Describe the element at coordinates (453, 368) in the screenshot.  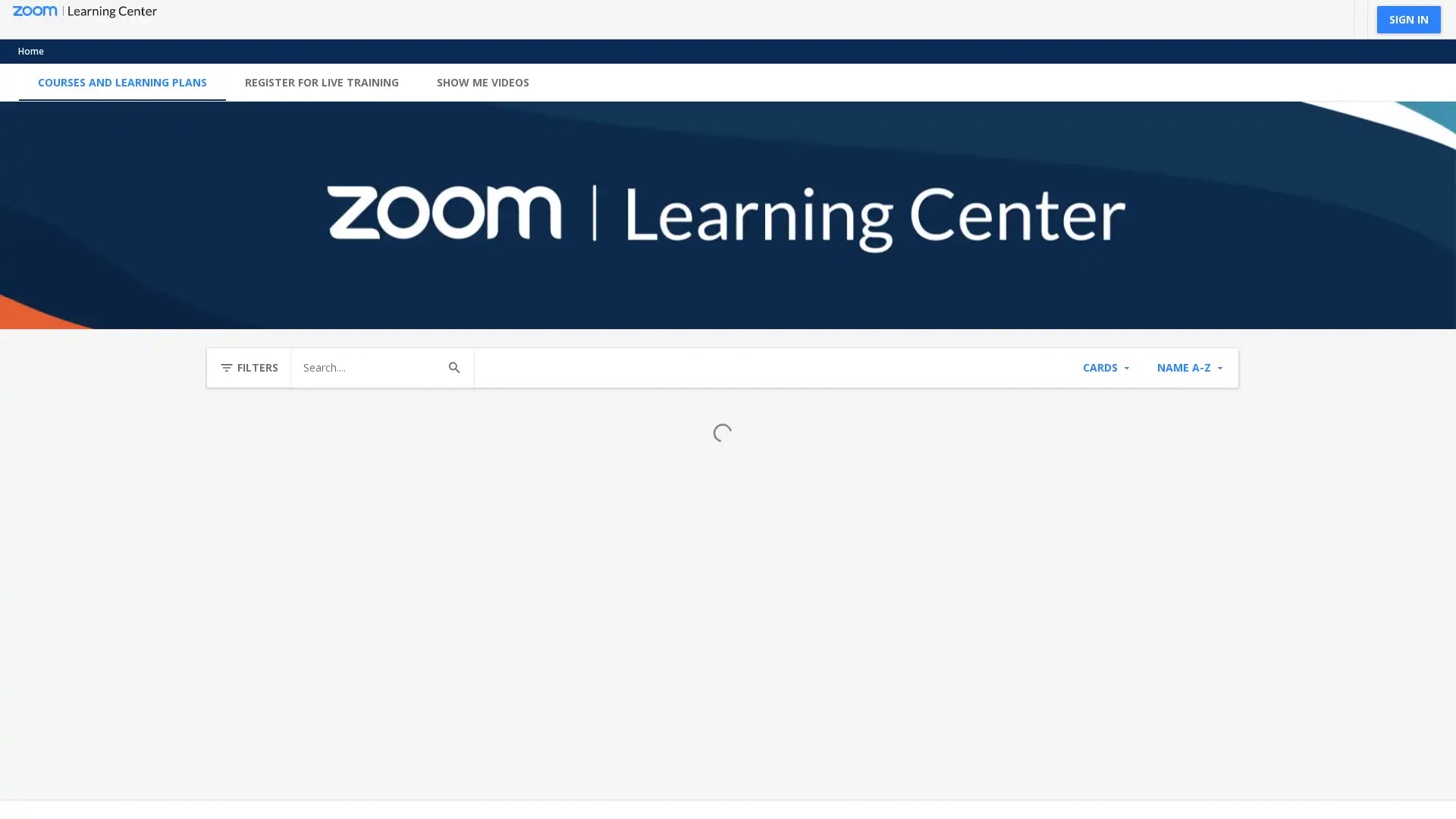
I see `Search` at that location.